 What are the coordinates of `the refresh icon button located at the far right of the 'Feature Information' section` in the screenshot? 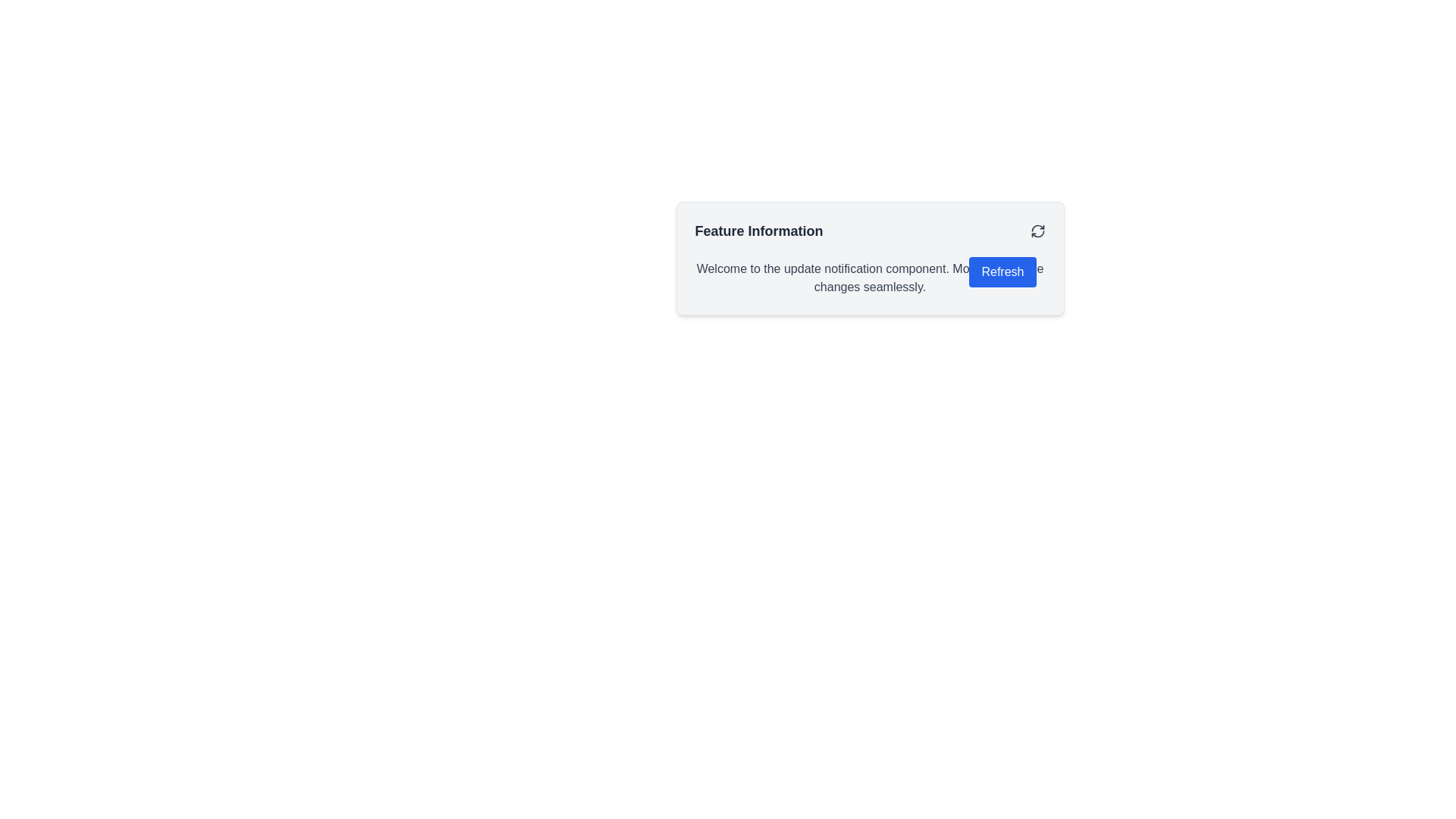 It's located at (1037, 231).